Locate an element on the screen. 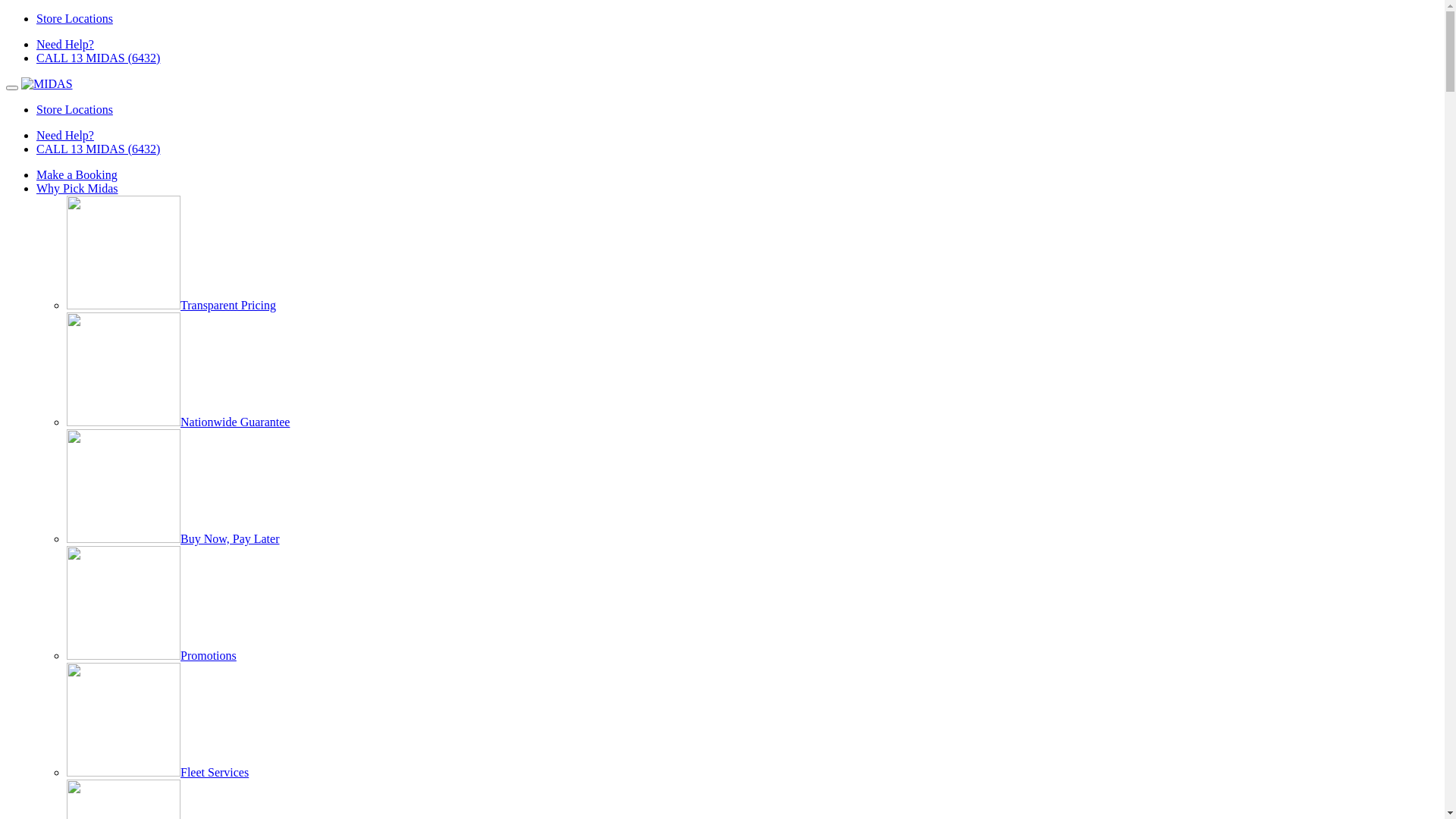  'Store Locations' is located at coordinates (74, 108).